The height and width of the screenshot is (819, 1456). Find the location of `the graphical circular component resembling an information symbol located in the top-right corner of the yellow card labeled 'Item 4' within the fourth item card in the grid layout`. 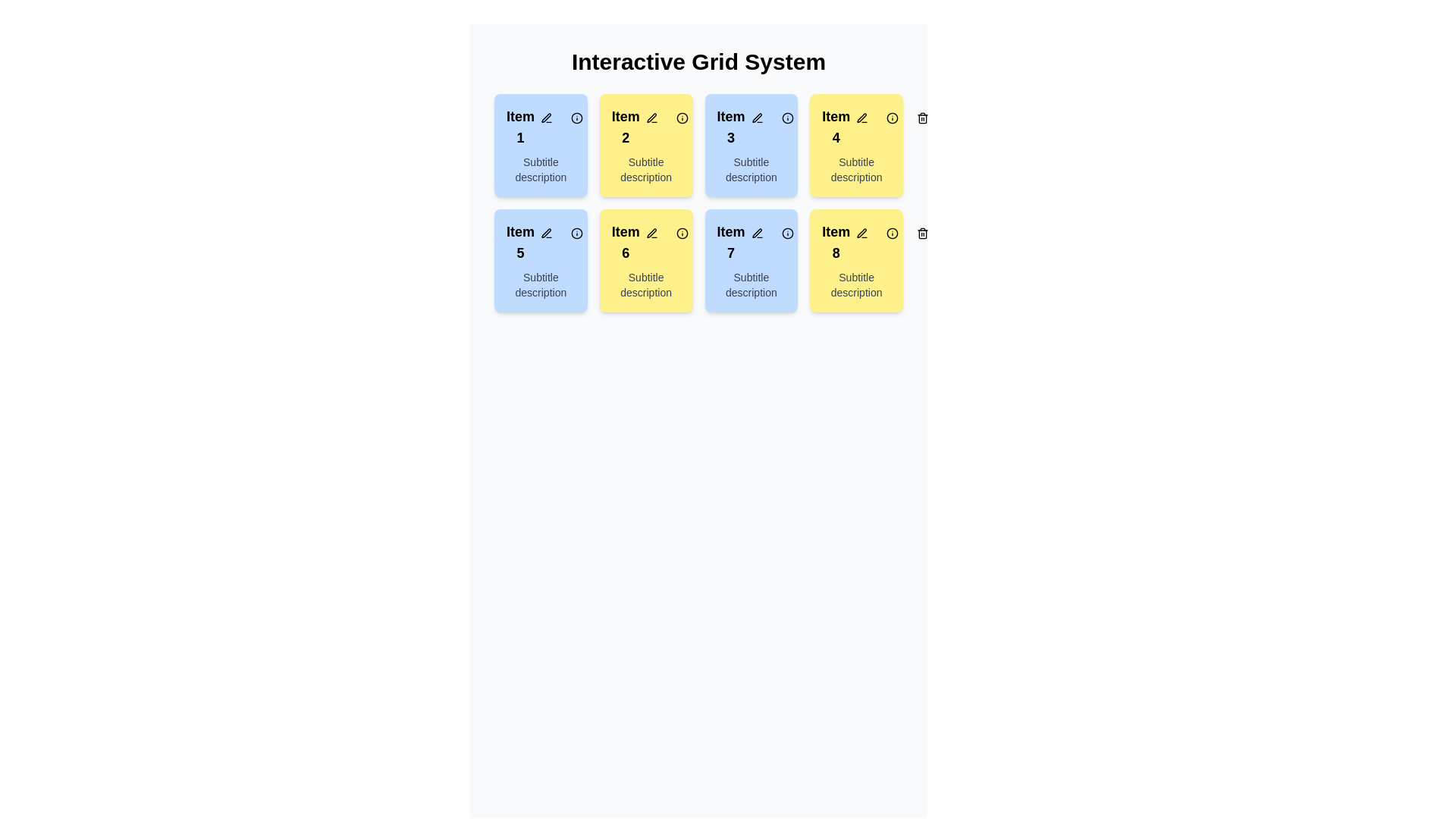

the graphical circular component resembling an information symbol located in the top-right corner of the yellow card labeled 'Item 4' within the fourth item card in the grid layout is located at coordinates (893, 117).